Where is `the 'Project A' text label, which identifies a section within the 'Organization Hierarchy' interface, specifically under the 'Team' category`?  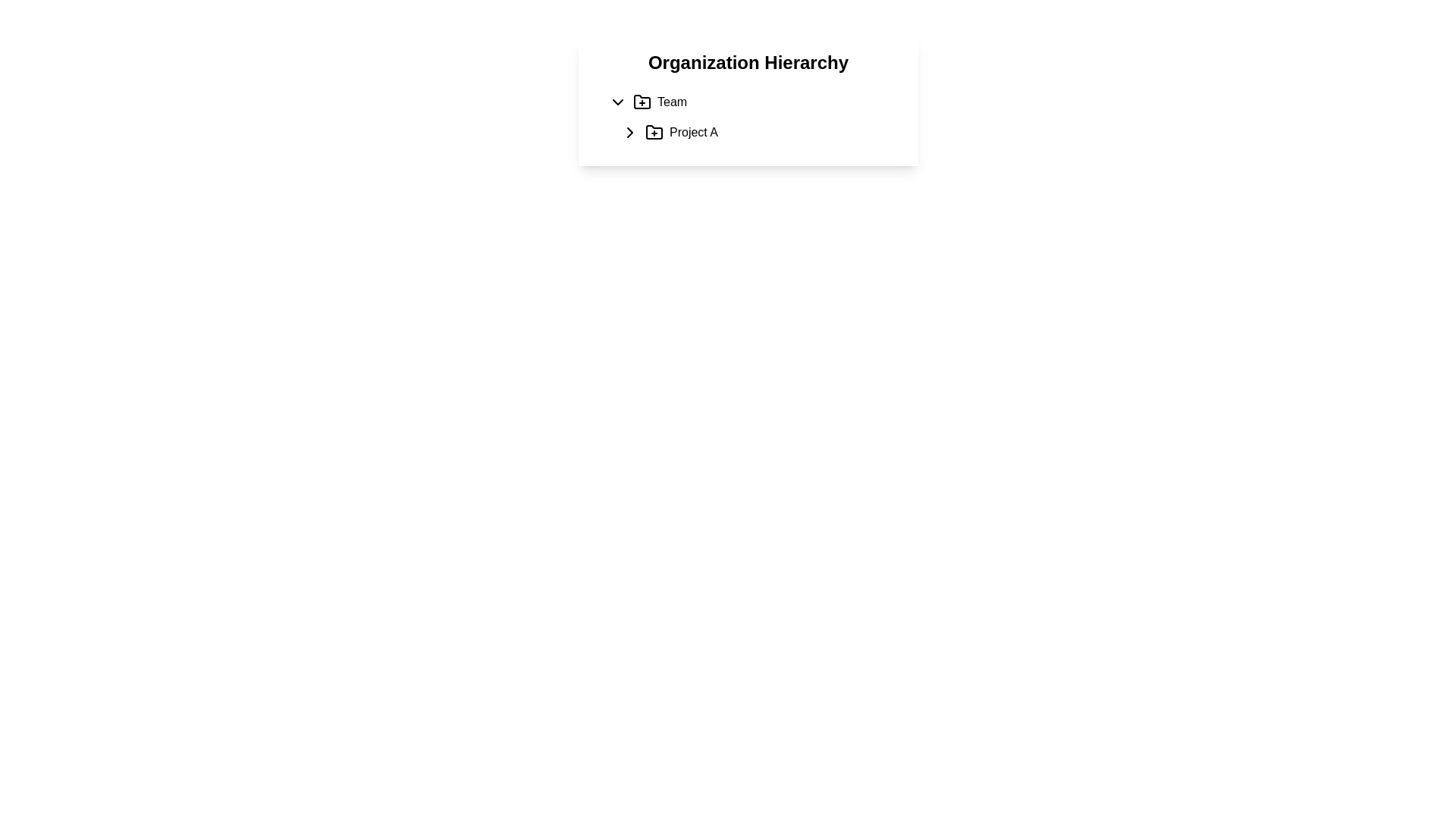 the 'Project A' text label, which identifies a section within the 'Organization Hierarchy' interface, specifically under the 'Team' category is located at coordinates (693, 131).